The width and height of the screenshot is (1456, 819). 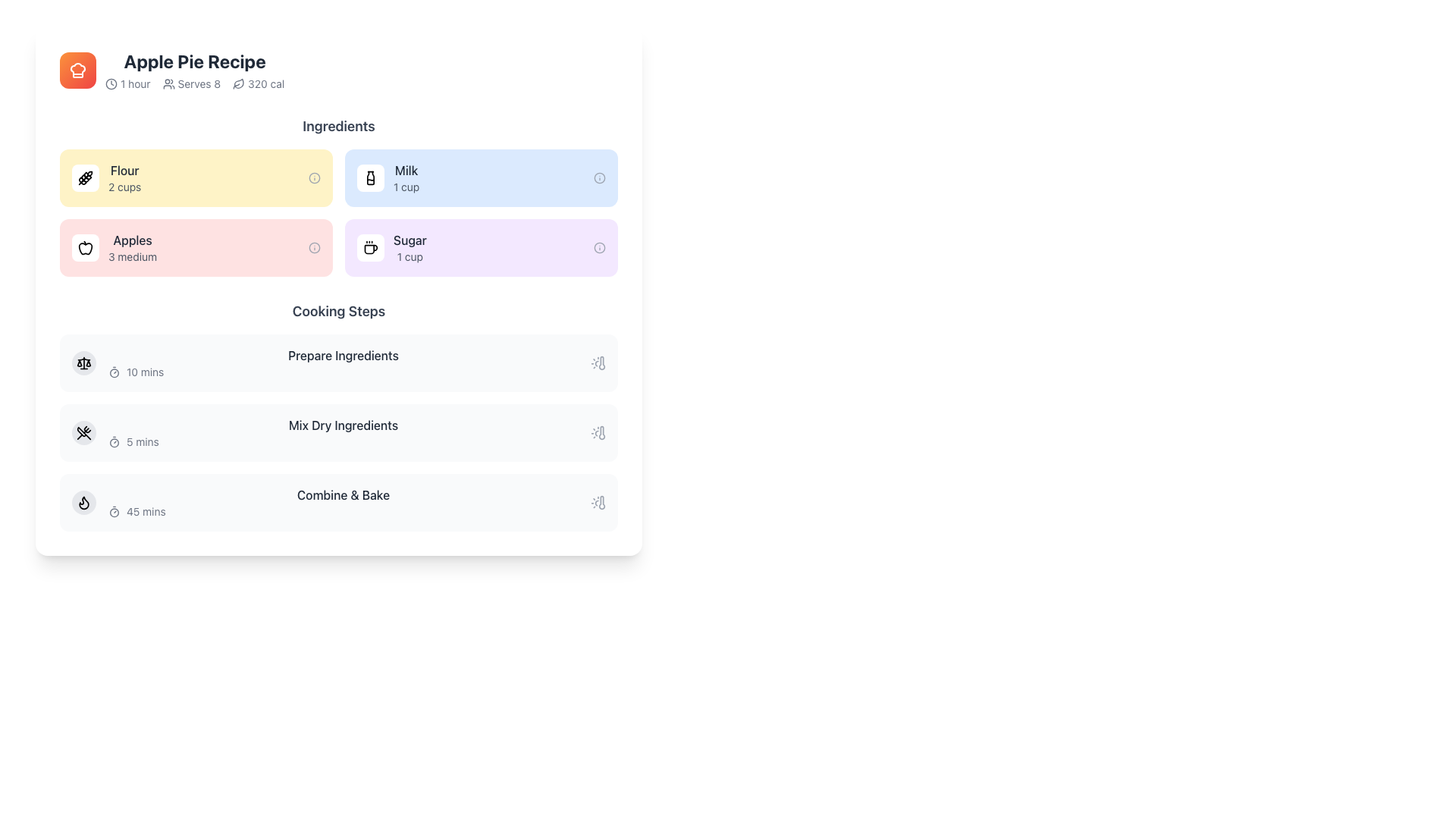 What do you see at coordinates (194, 84) in the screenshot?
I see `informational text group displaying metadata about the recipe, which includes '1 hour', 'Serves 8', and '320 cal', located beneath the title 'Apple Pie Recipe'` at bounding box center [194, 84].